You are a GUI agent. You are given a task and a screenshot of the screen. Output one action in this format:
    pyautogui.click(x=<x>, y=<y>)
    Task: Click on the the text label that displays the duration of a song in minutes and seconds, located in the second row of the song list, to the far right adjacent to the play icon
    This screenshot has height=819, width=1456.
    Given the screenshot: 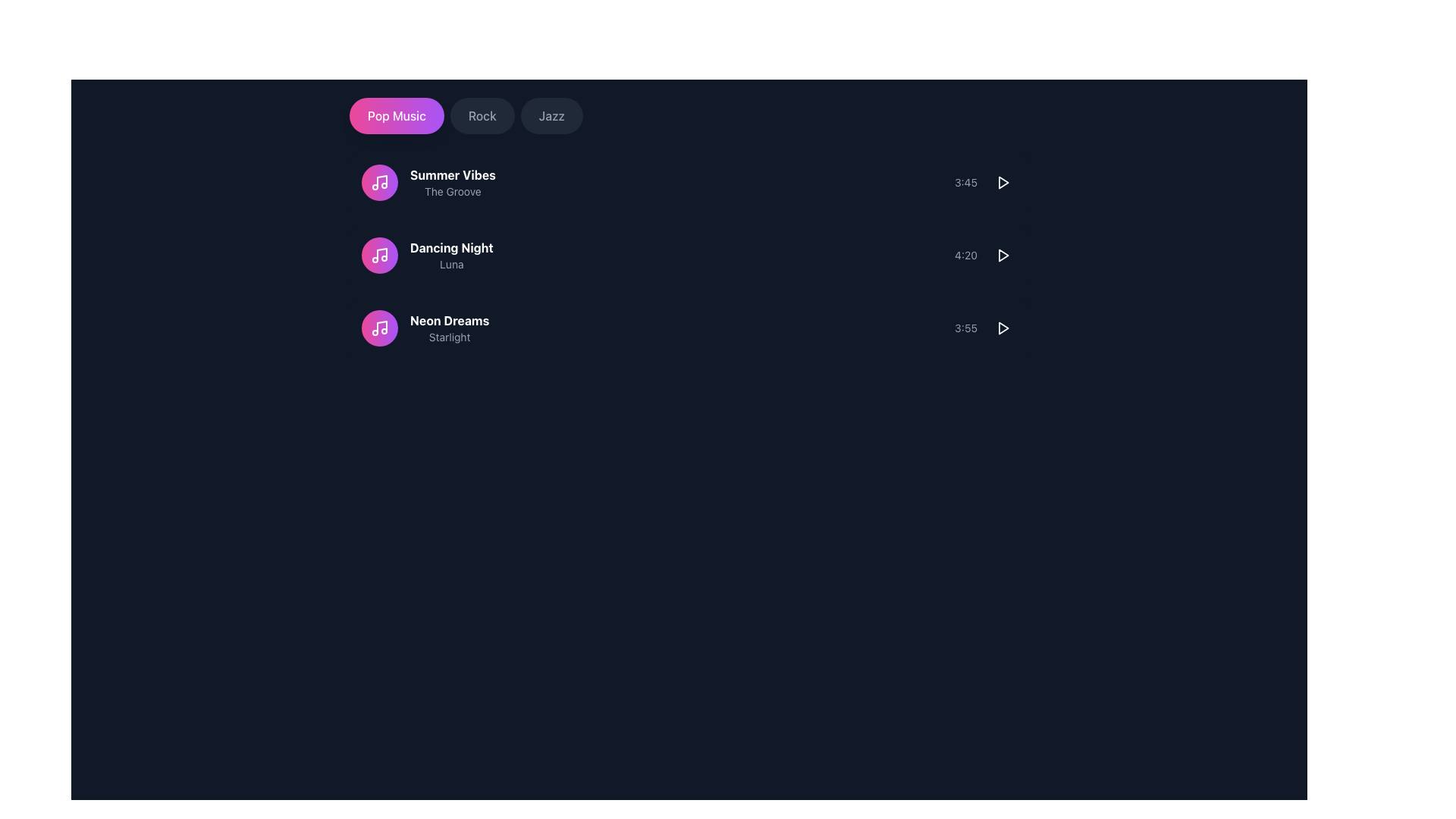 What is the action you would take?
    pyautogui.click(x=965, y=254)
    